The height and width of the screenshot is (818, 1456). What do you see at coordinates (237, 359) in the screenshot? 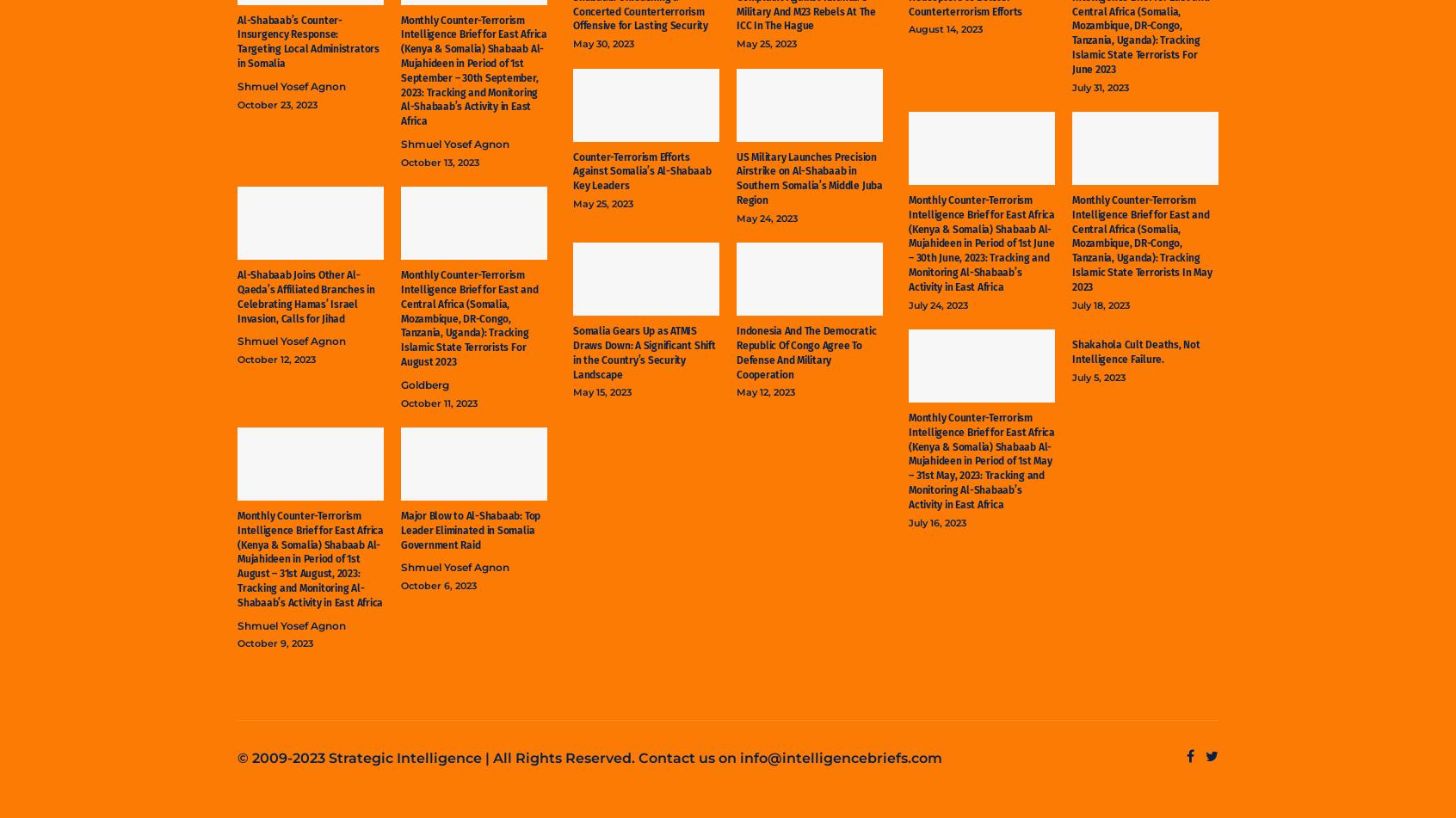
I see `'October 12, 2023'` at bounding box center [237, 359].